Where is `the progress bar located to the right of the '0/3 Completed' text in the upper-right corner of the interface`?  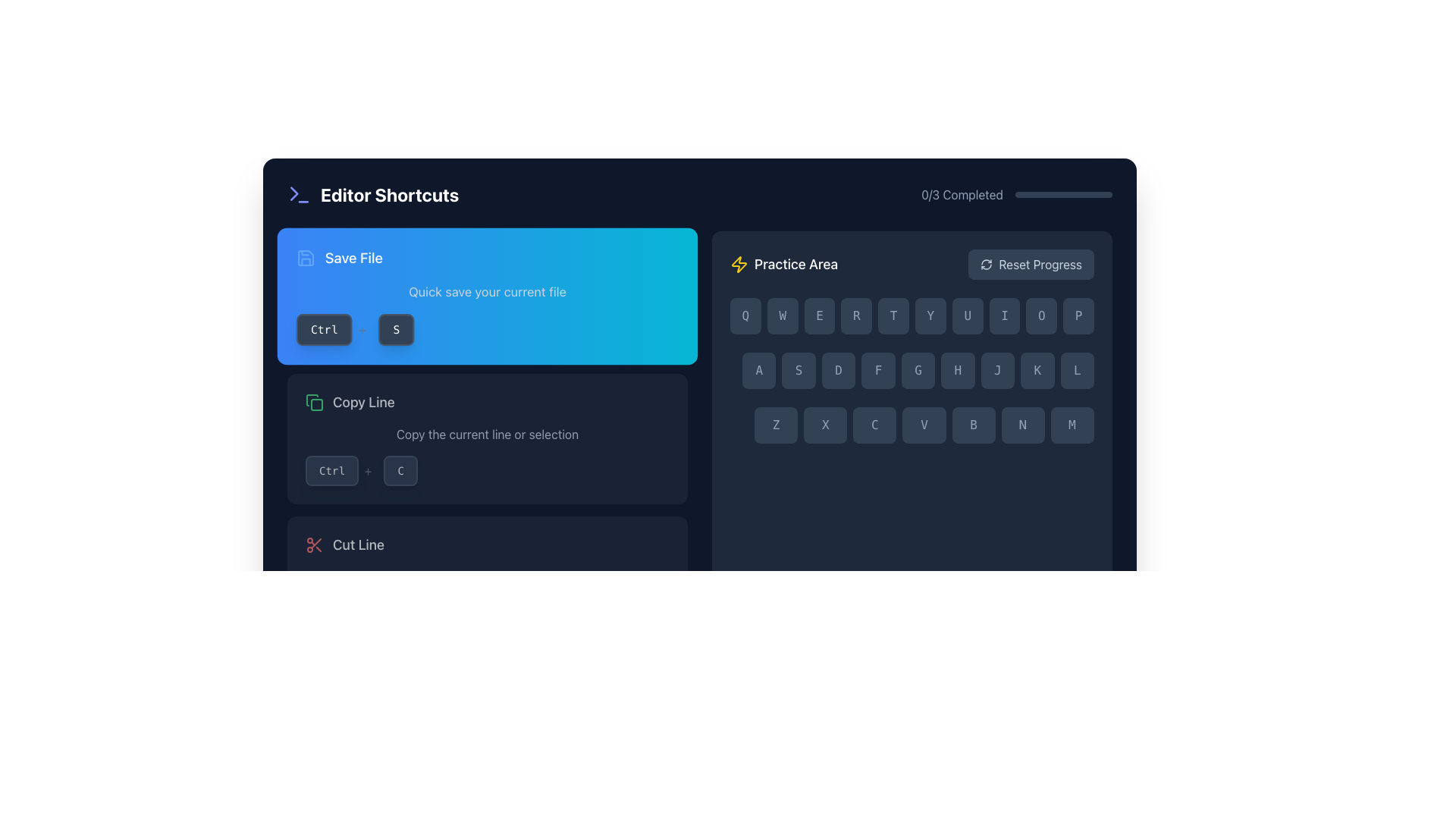 the progress bar located to the right of the '0/3 Completed' text in the upper-right corner of the interface is located at coordinates (1062, 194).